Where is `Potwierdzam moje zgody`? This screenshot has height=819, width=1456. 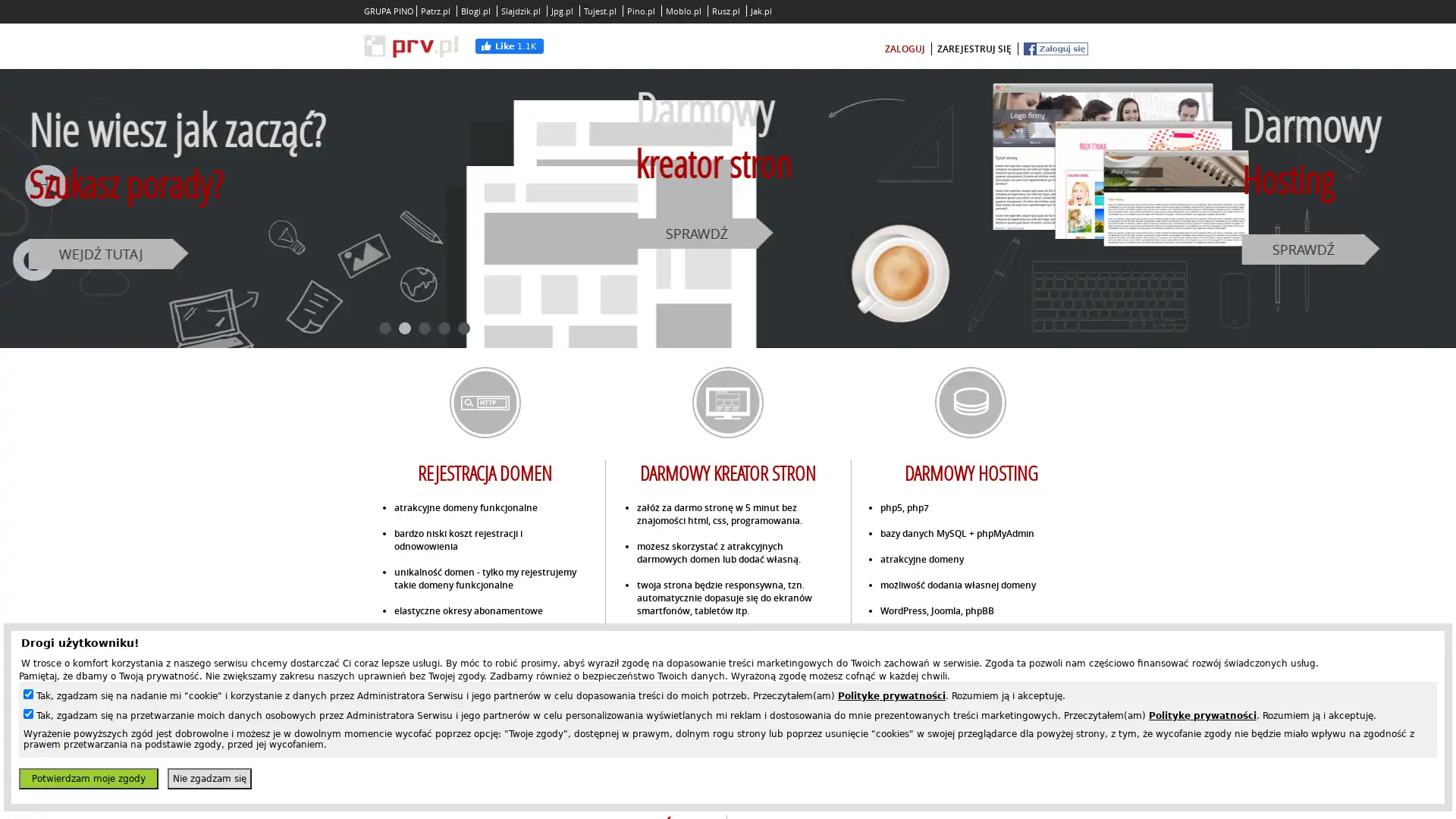
Potwierdzam moje zgody is located at coordinates (87, 778).